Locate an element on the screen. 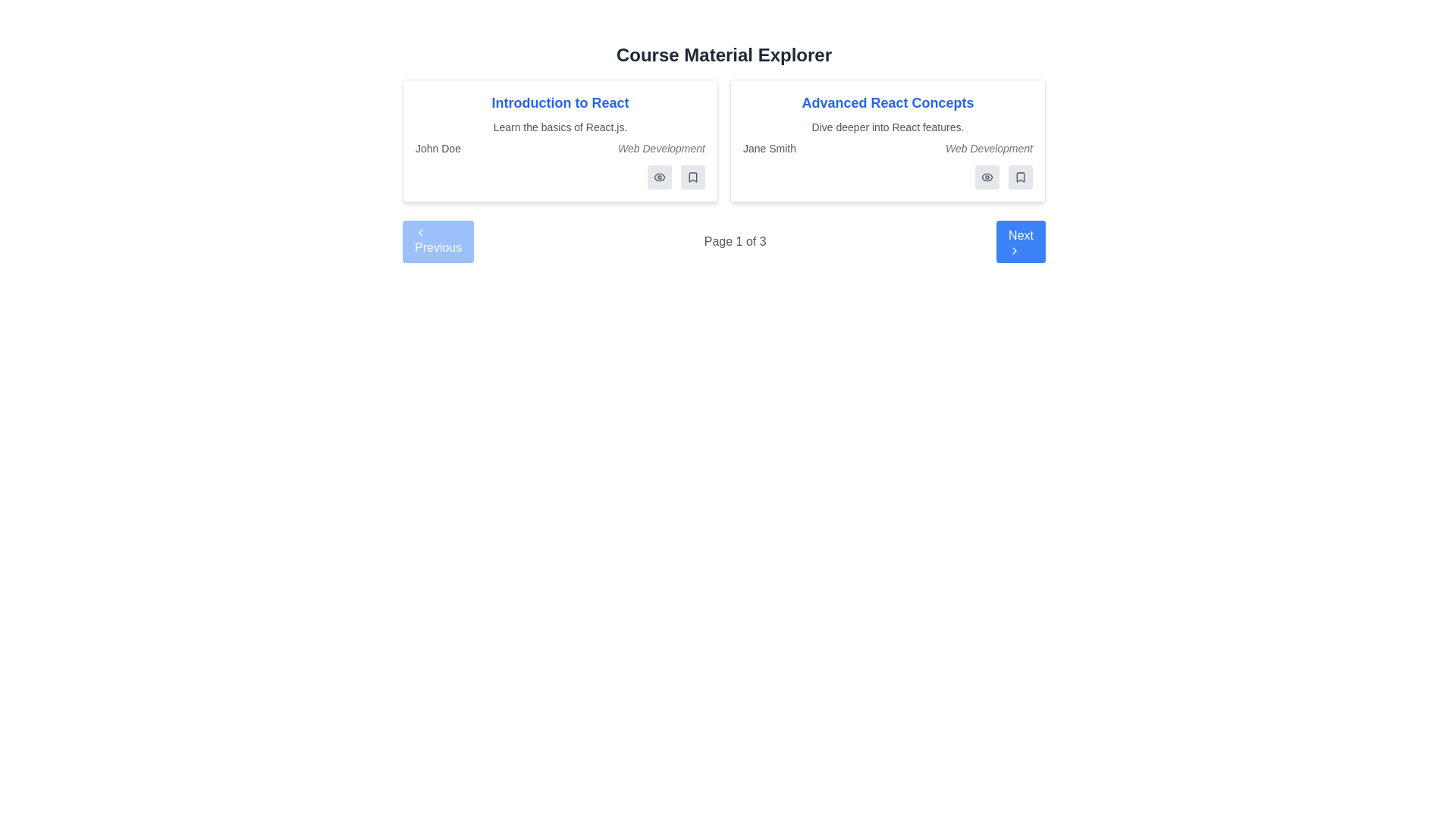  text content of the label displaying 'Page 1 of 3', which is centrally located between the 'Previous' and 'Next' buttons is located at coordinates (735, 241).